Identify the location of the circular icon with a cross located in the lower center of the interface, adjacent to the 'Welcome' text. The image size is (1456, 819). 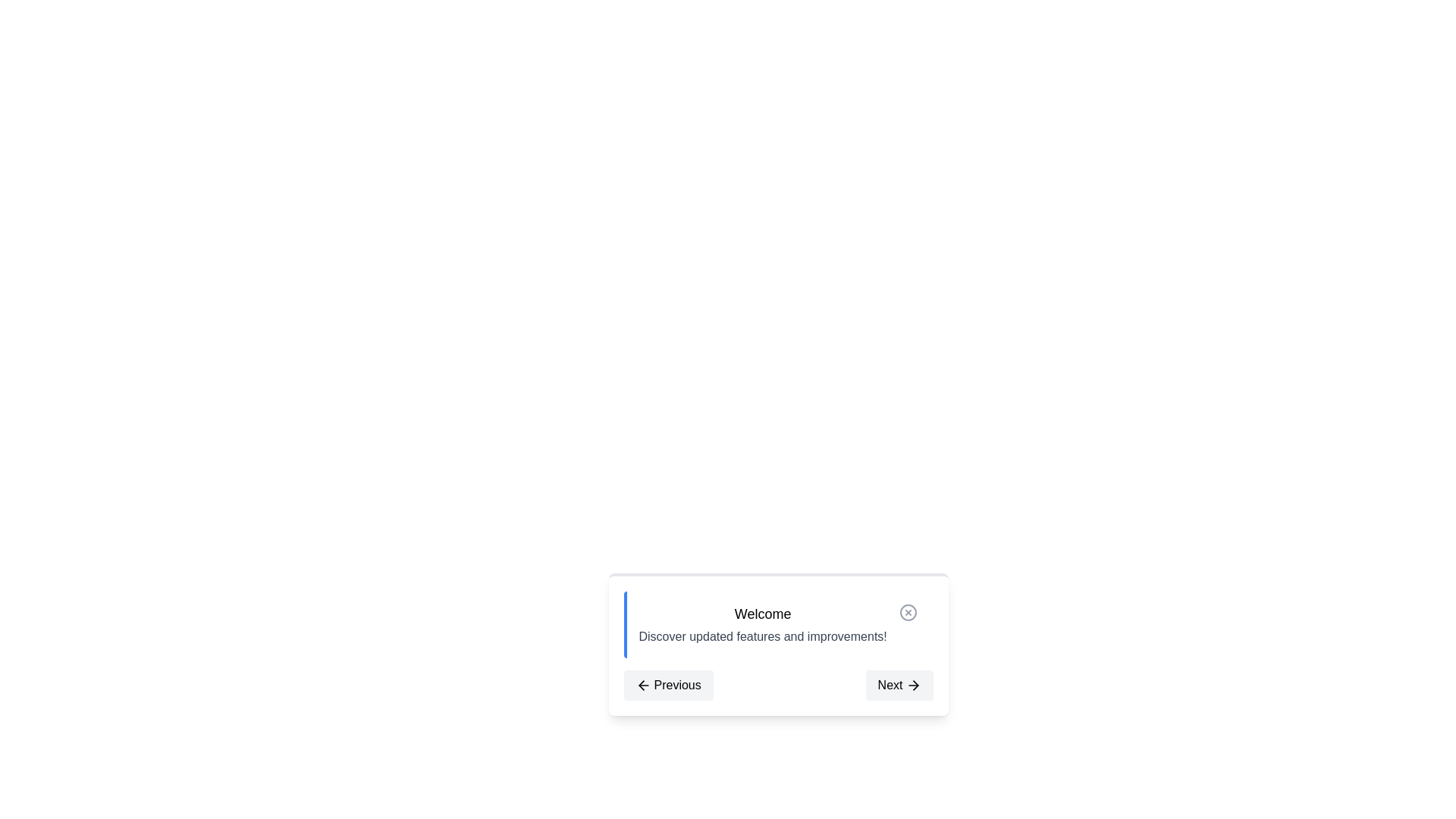
(908, 611).